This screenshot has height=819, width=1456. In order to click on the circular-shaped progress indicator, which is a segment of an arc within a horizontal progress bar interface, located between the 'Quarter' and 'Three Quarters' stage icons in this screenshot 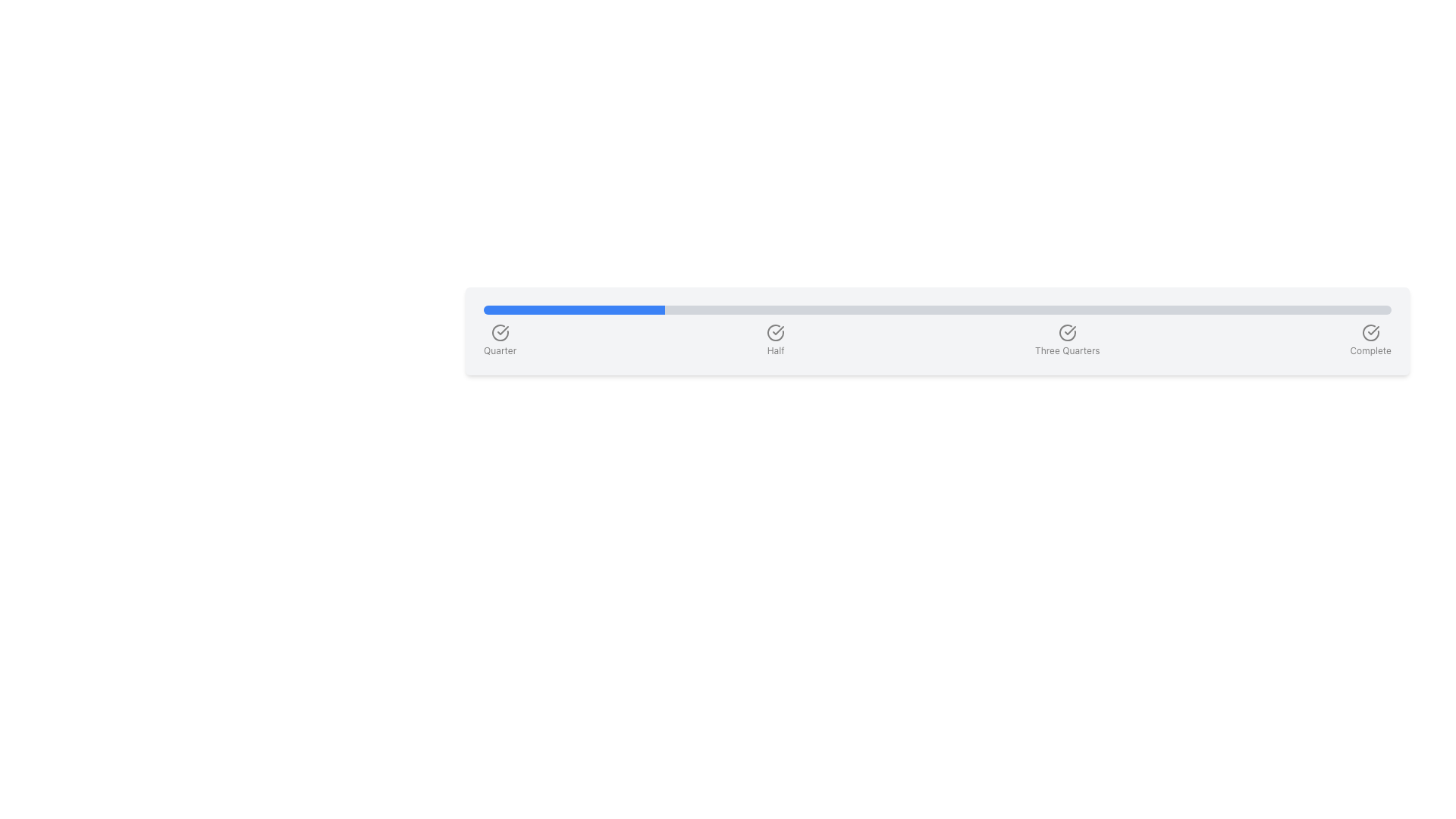, I will do `click(776, 332)`.